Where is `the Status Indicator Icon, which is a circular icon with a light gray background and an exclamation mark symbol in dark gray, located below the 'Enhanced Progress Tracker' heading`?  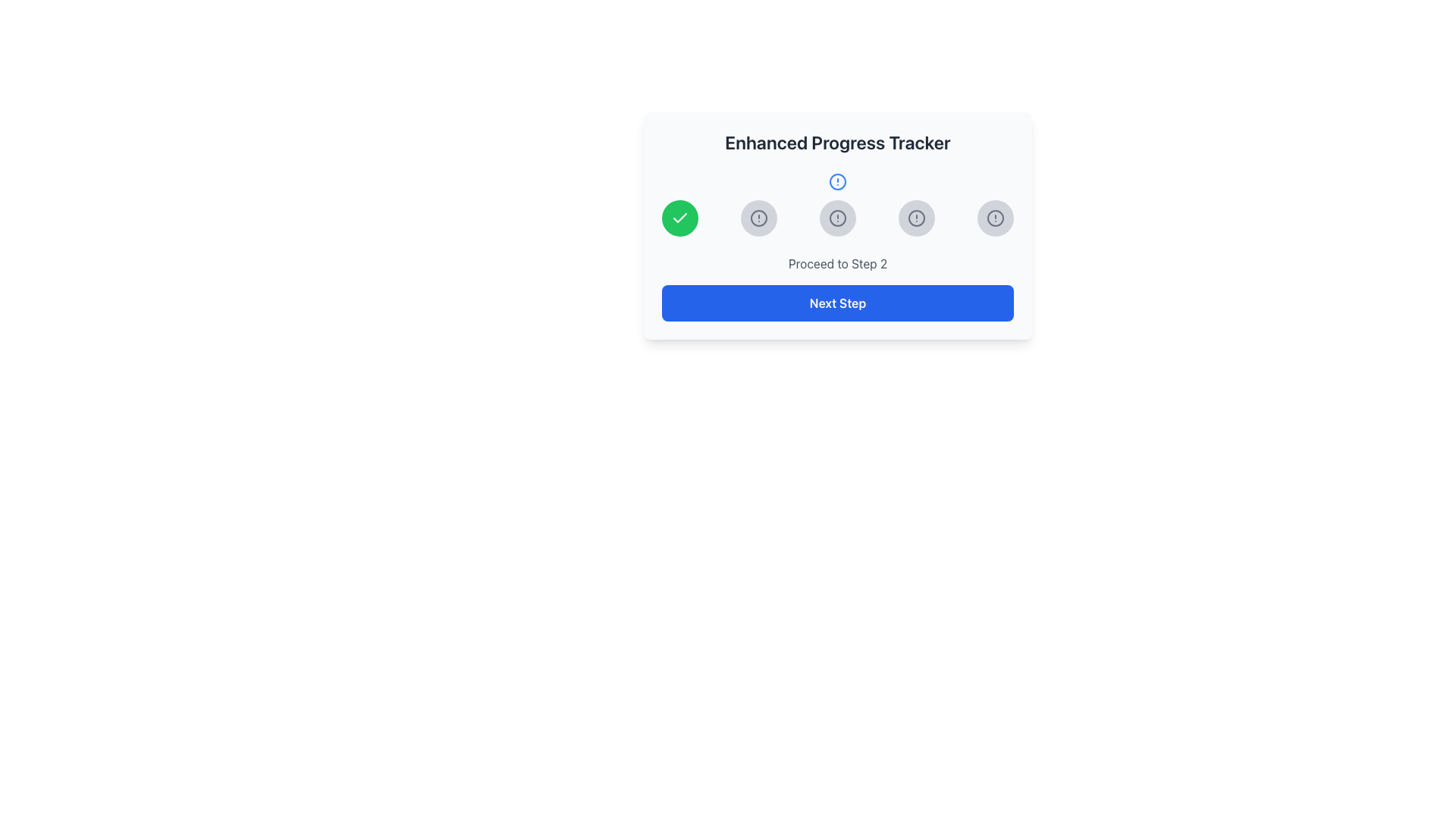 the Status Indicator Icon, which is a circular icon with a light gray background and an exclamation mark symbol in dark gray, located below the 'Enhanced Progress Tracker' heading is located at coordinates (836, 225).